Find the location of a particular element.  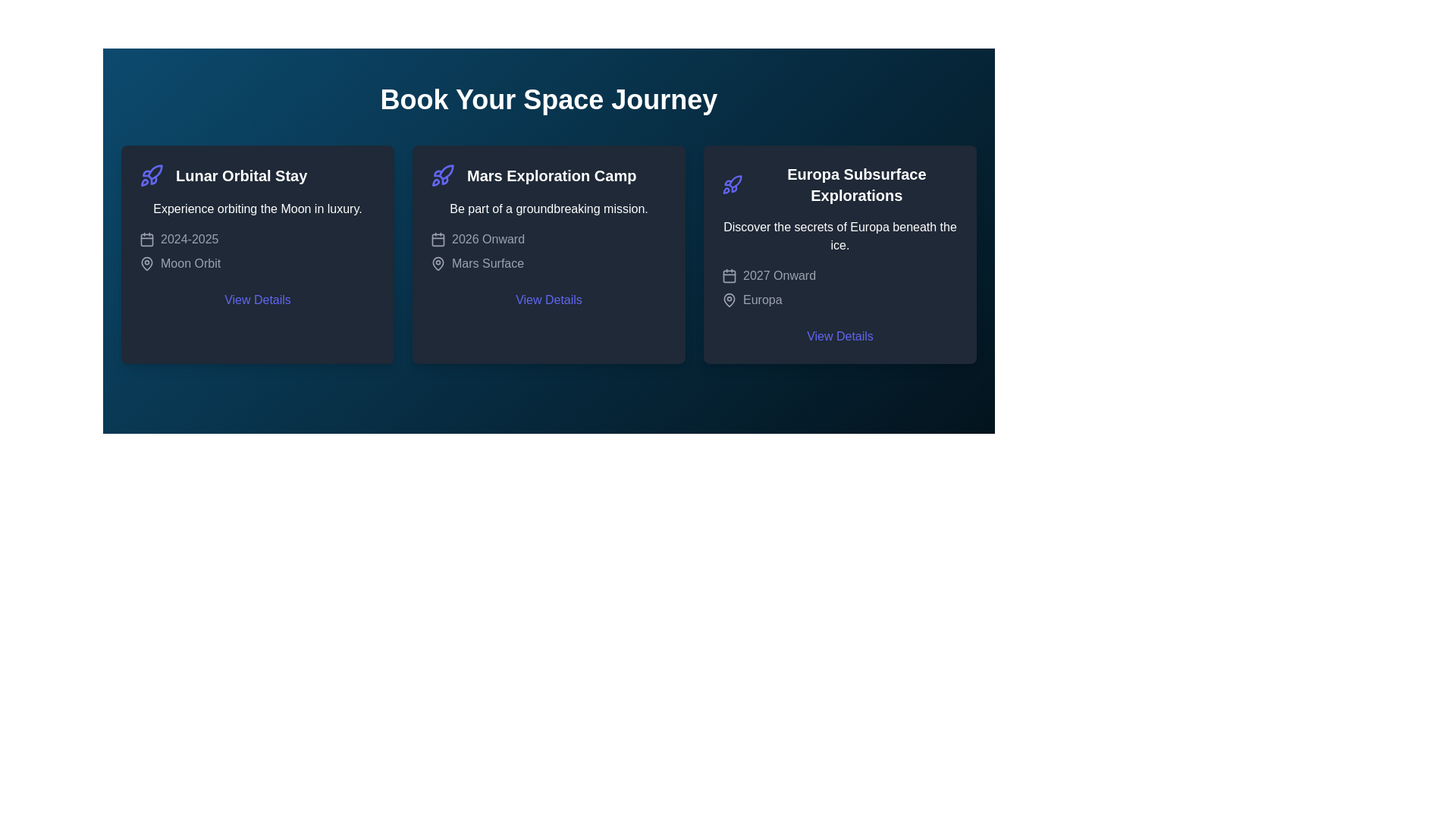

descriptive static text located in the center area of the second card, which provides information about the 'Mars Exploration Camp' offering, positioned beneath the title and above the details is located at coordinates (548, 209).